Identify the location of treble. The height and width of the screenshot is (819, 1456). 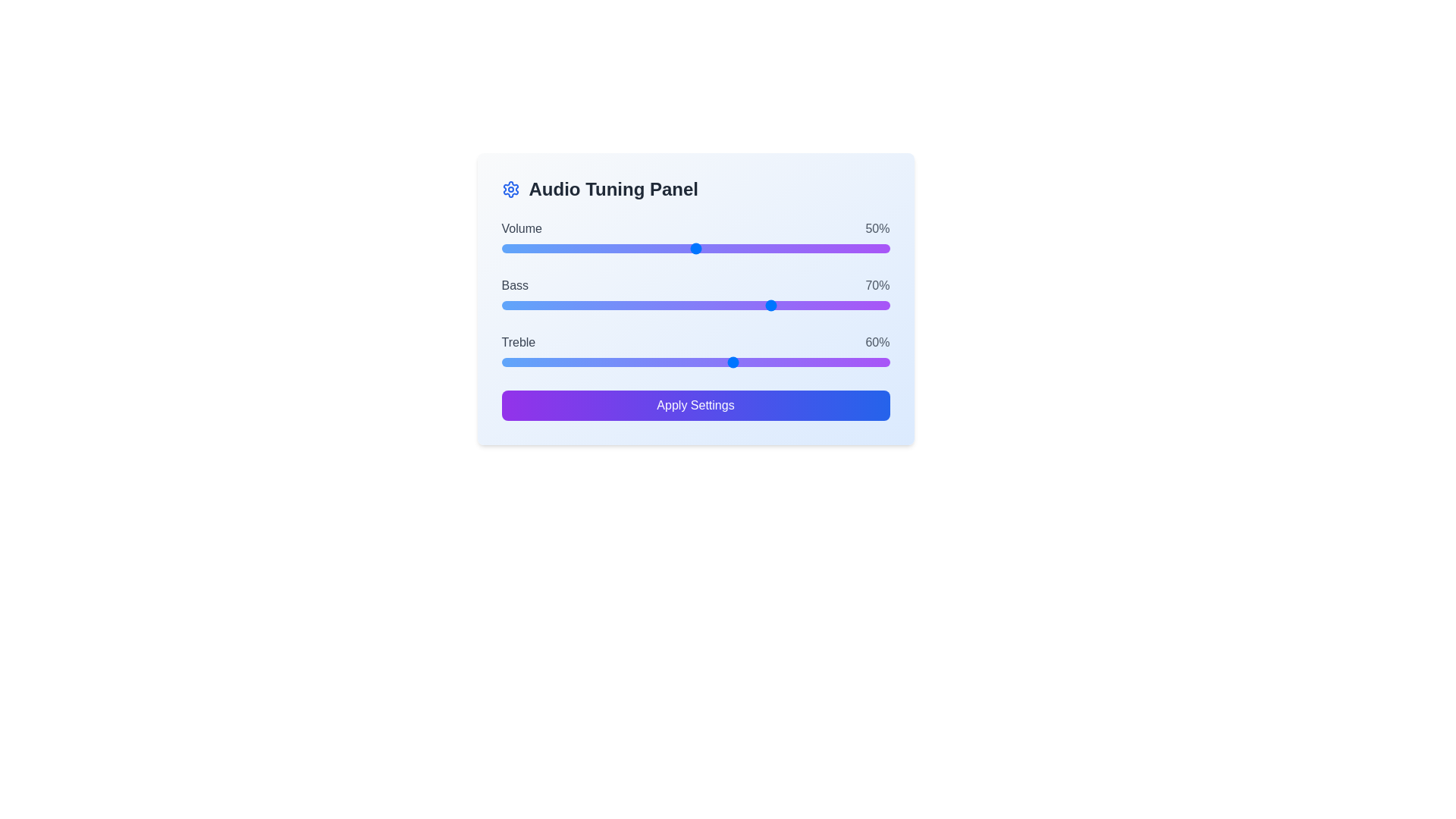
(661, 362).